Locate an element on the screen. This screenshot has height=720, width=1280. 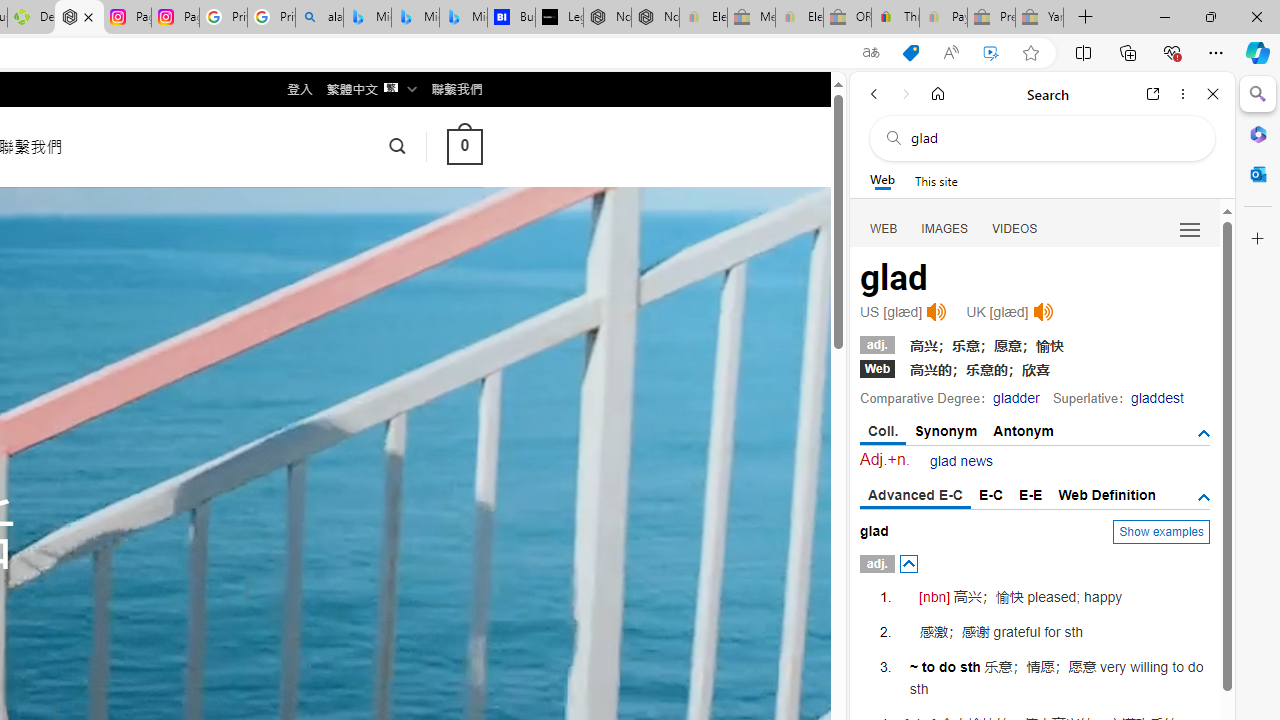
'Press Room - eBay Inc. - Sleeping' is located at coordinates (991, 17).